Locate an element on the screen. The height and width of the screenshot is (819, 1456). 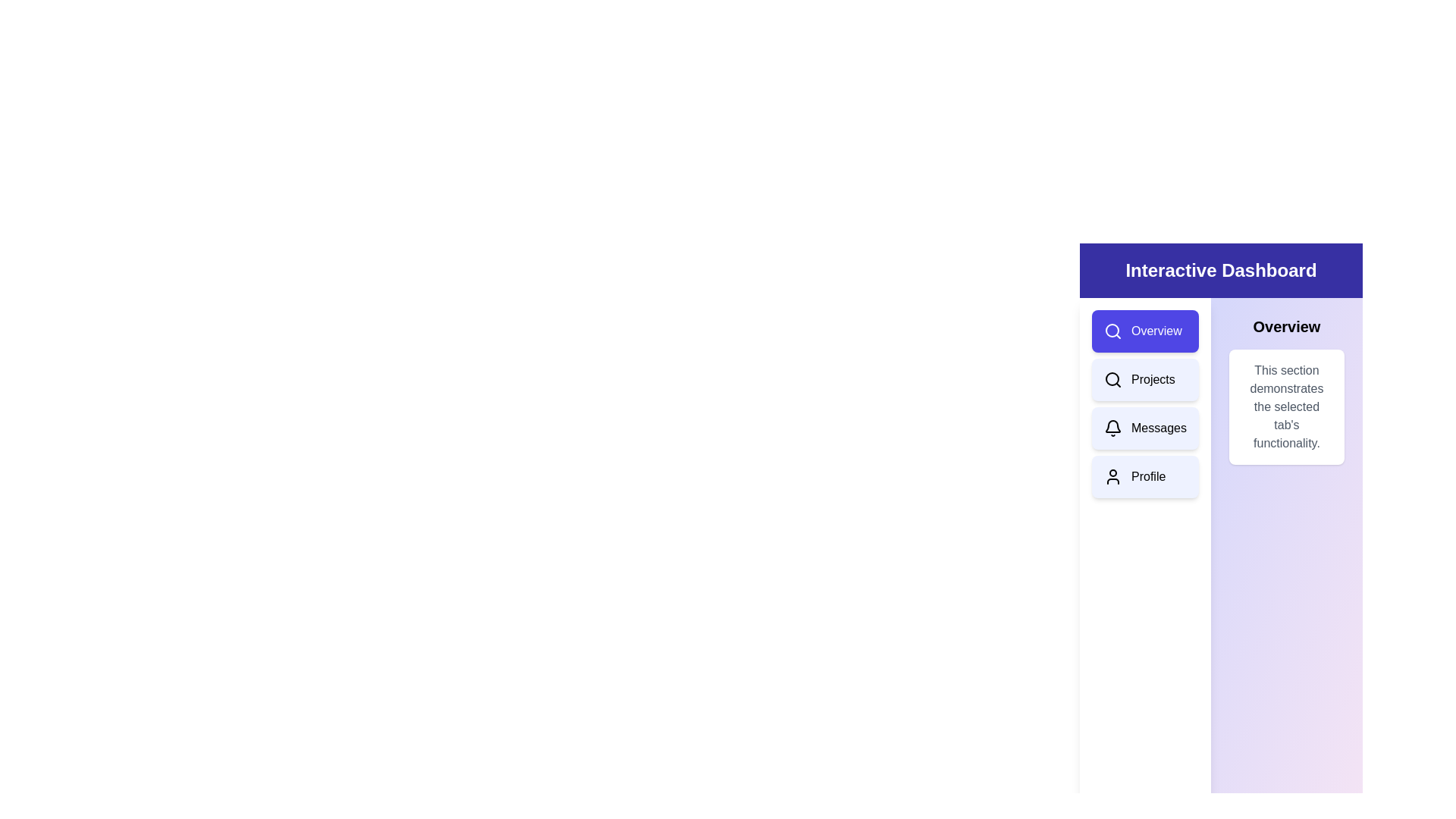
the magnifying glass icon within the 'Projects' button in the vertical navigation panel on the left side of the interface is located at coordinates (1113, 379).